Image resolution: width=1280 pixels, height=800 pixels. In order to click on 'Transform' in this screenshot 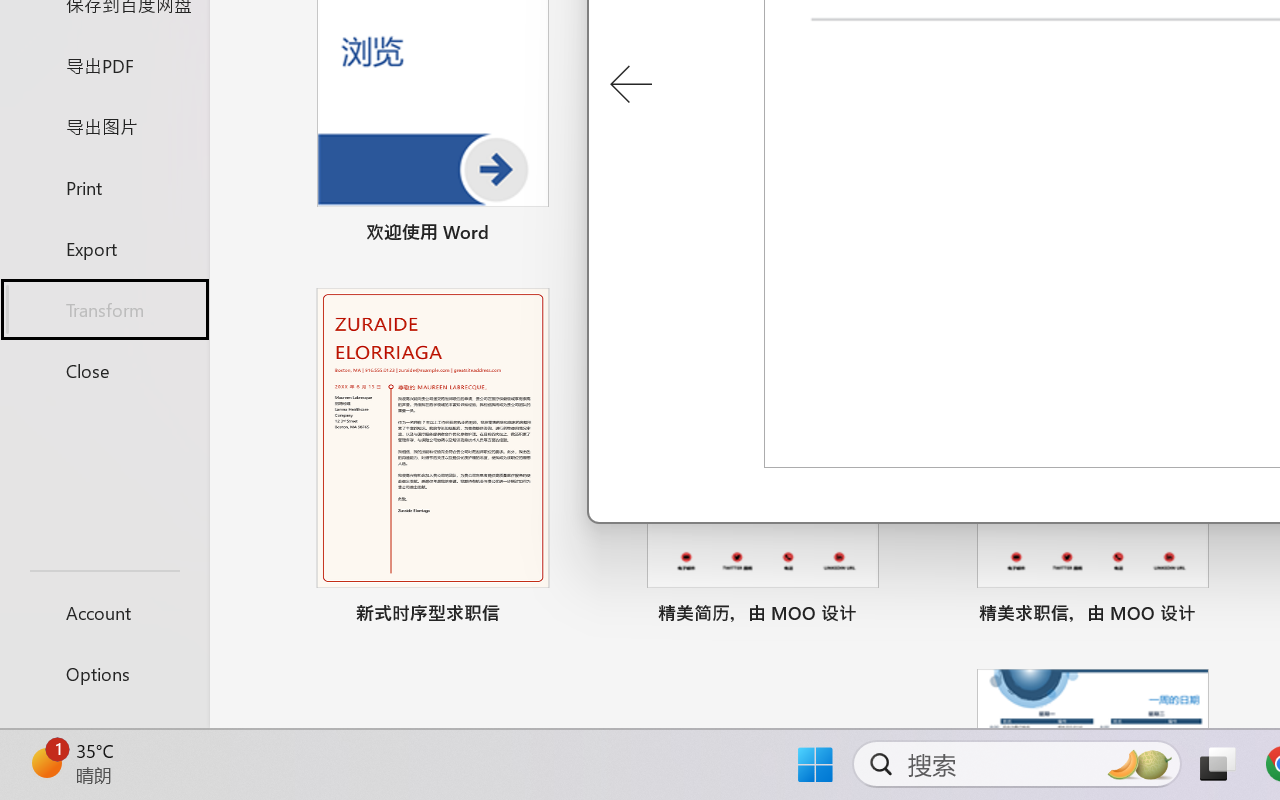, I will do `click(103, 308)`.